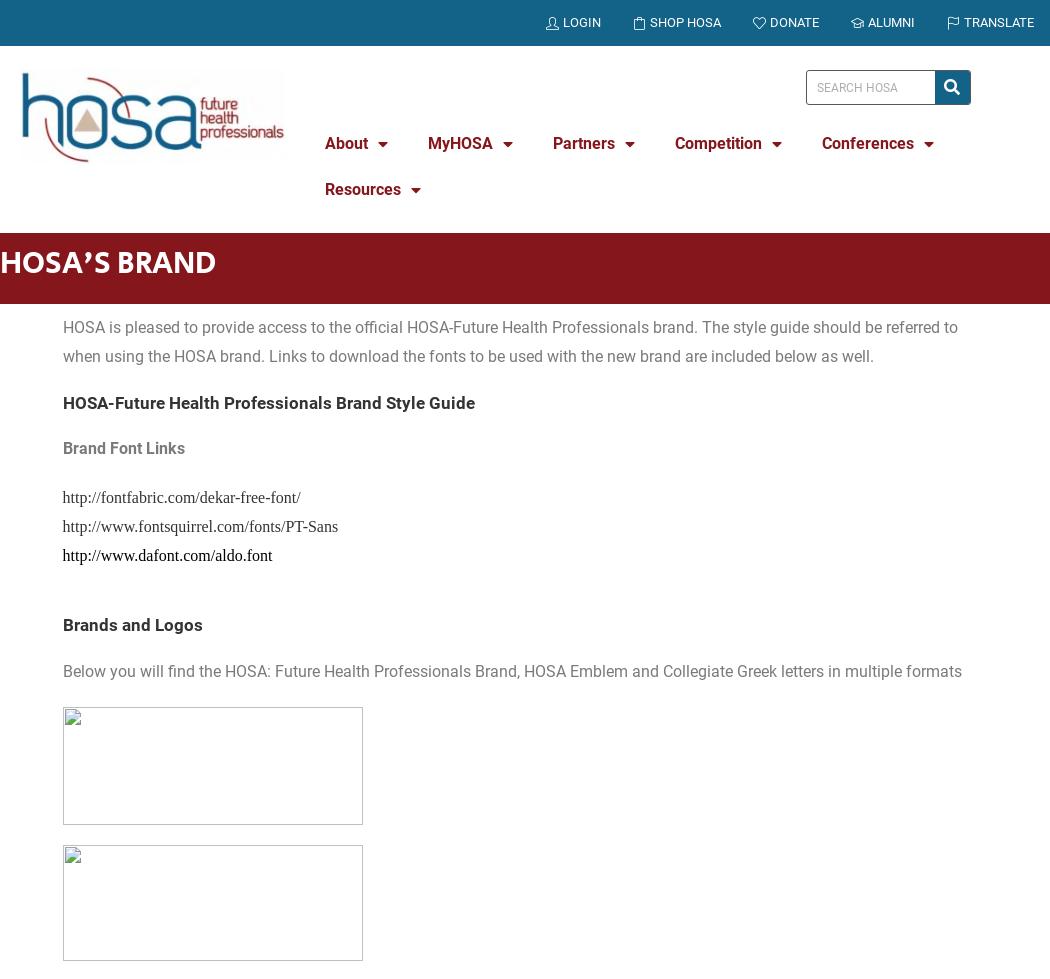 The image size is (1050, 979). I want to click on 'Below you will find the HOSA: Future Health Professionals Brand, HOSA Emblem and Collegiate Greek letters in multiple formats', so click(510, 670).